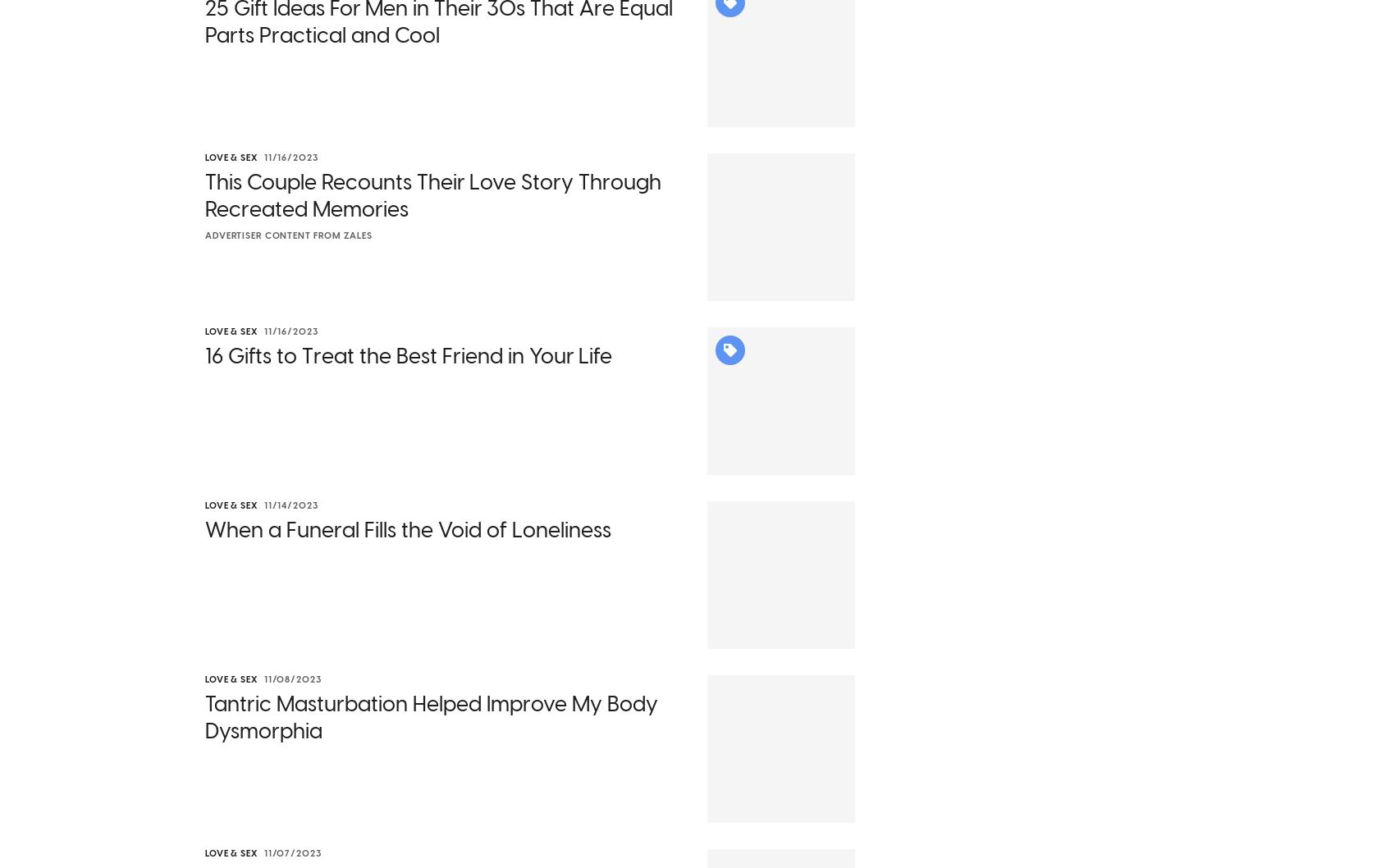 This screenshot has width=1395, height=868. I want to click on 'Tantric Masturbation Helped Improve My Body Dysmorphia', so click(205, 720).